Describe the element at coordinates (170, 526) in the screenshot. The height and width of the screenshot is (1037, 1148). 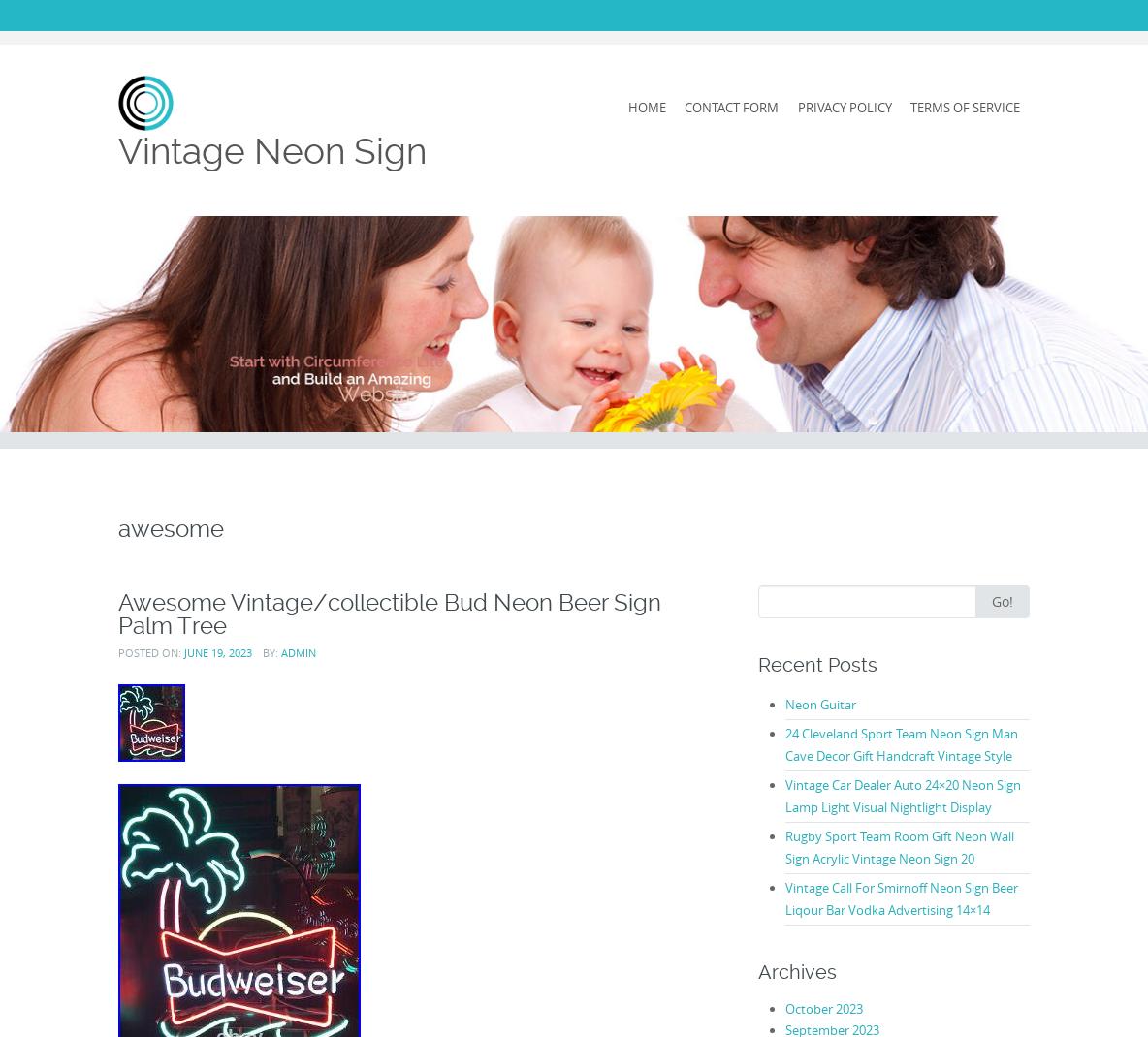
I see `'awesome'` at that location.